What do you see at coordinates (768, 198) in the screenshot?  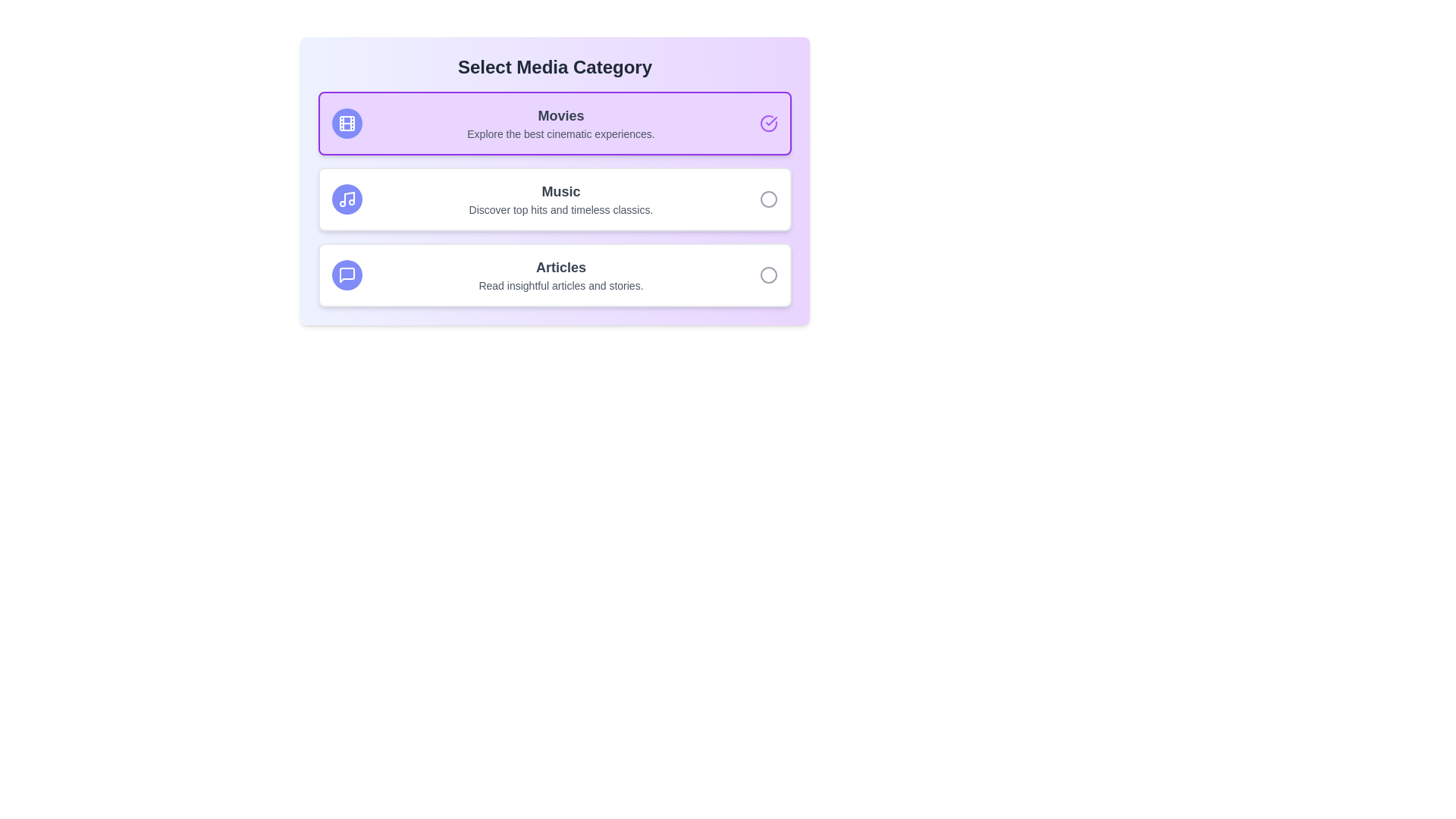 I see `the radio button for the 'Music' category, which is the second option's selector element in the list, positioned on the same row as the 'Music' label and the description 'Discover top hits and timeless classics.'` at bounding box center [768, 198].